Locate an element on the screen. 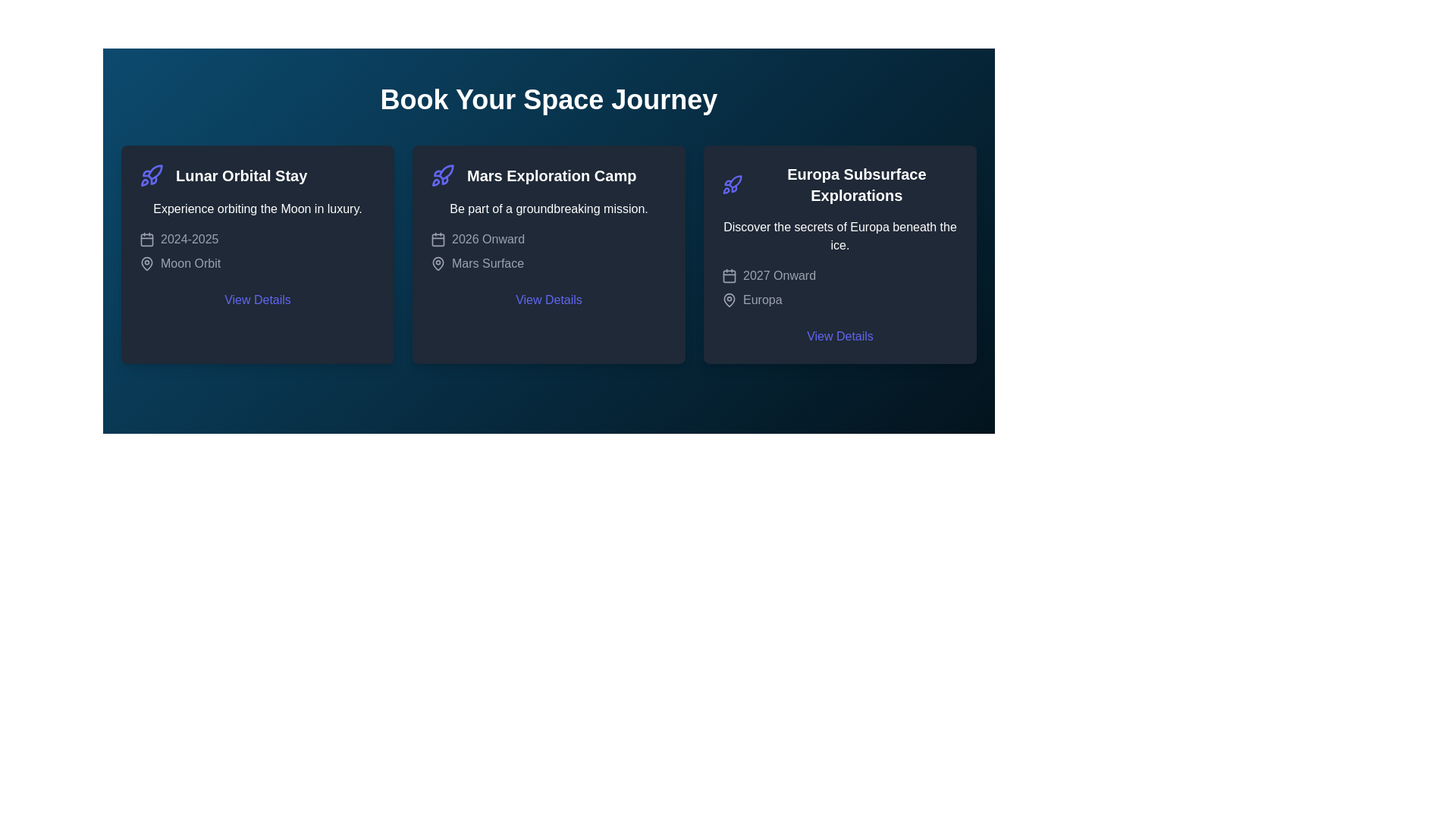 The width and height of the screenshot is (1456, 819). the second card in the Mars Exploration Camp program information panel is located at coordinates (548, 253).